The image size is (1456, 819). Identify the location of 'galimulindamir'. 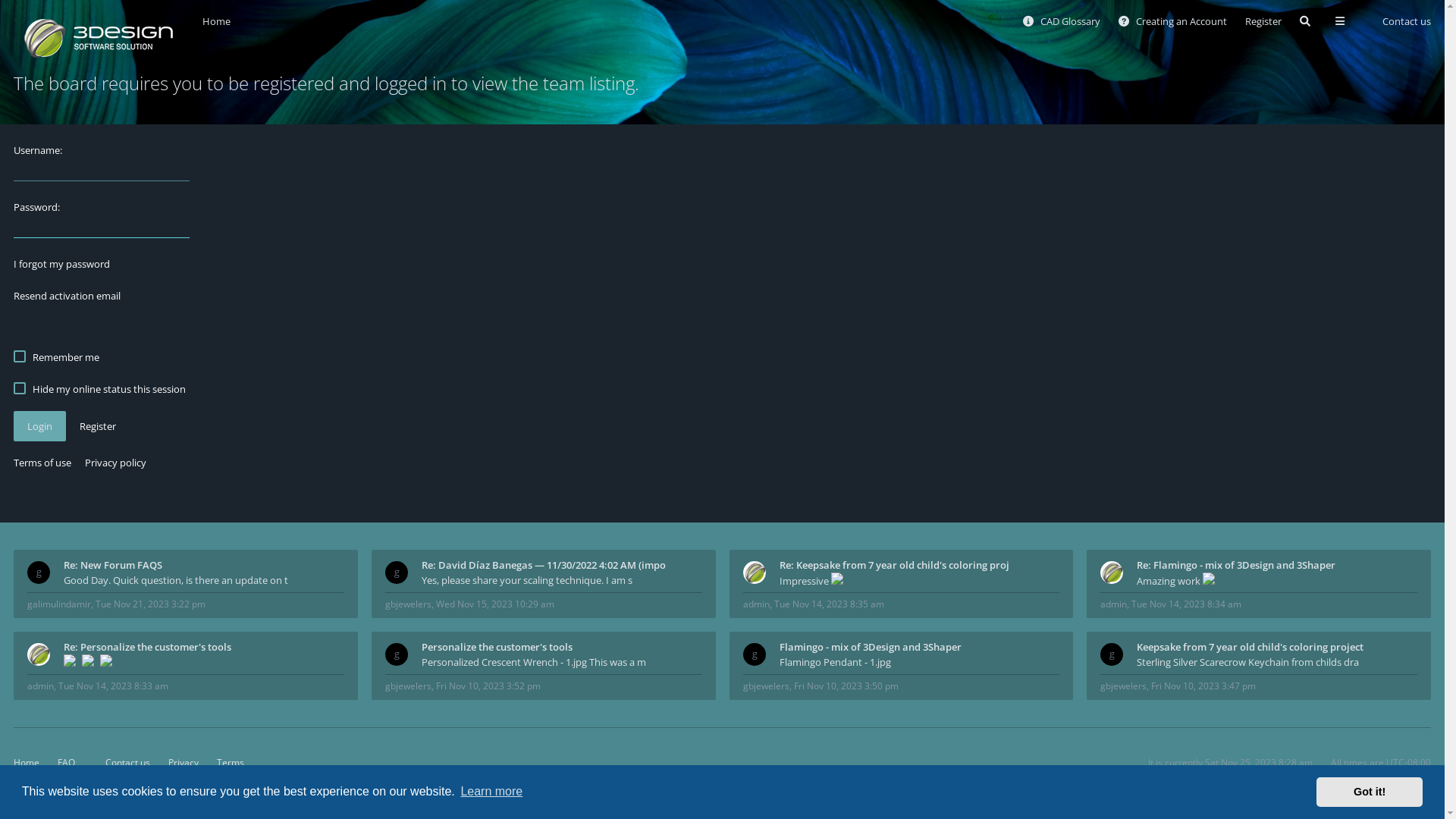
(58, 603).